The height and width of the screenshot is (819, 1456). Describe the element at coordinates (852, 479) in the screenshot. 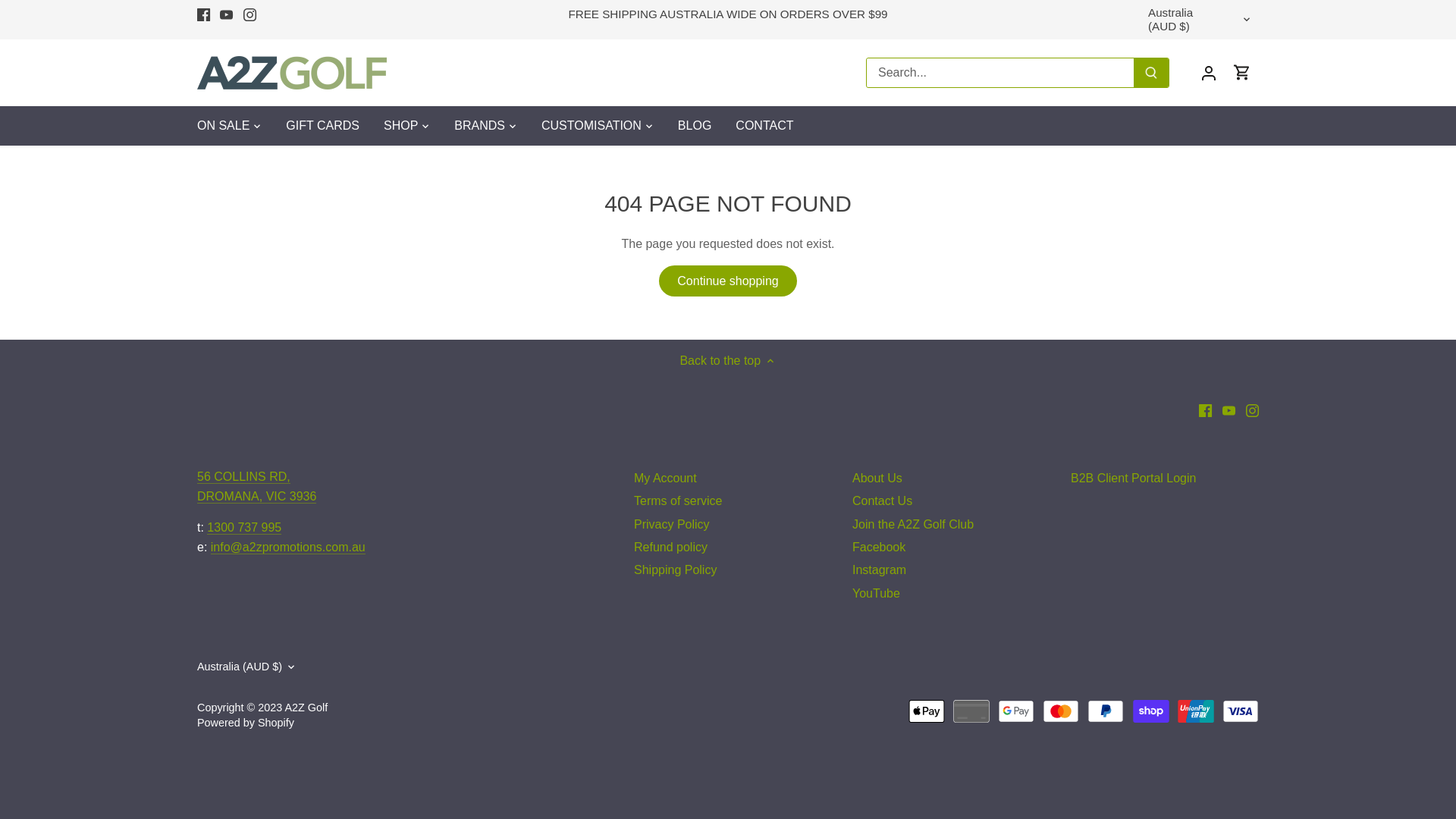

I see `'About Us'` at that location.